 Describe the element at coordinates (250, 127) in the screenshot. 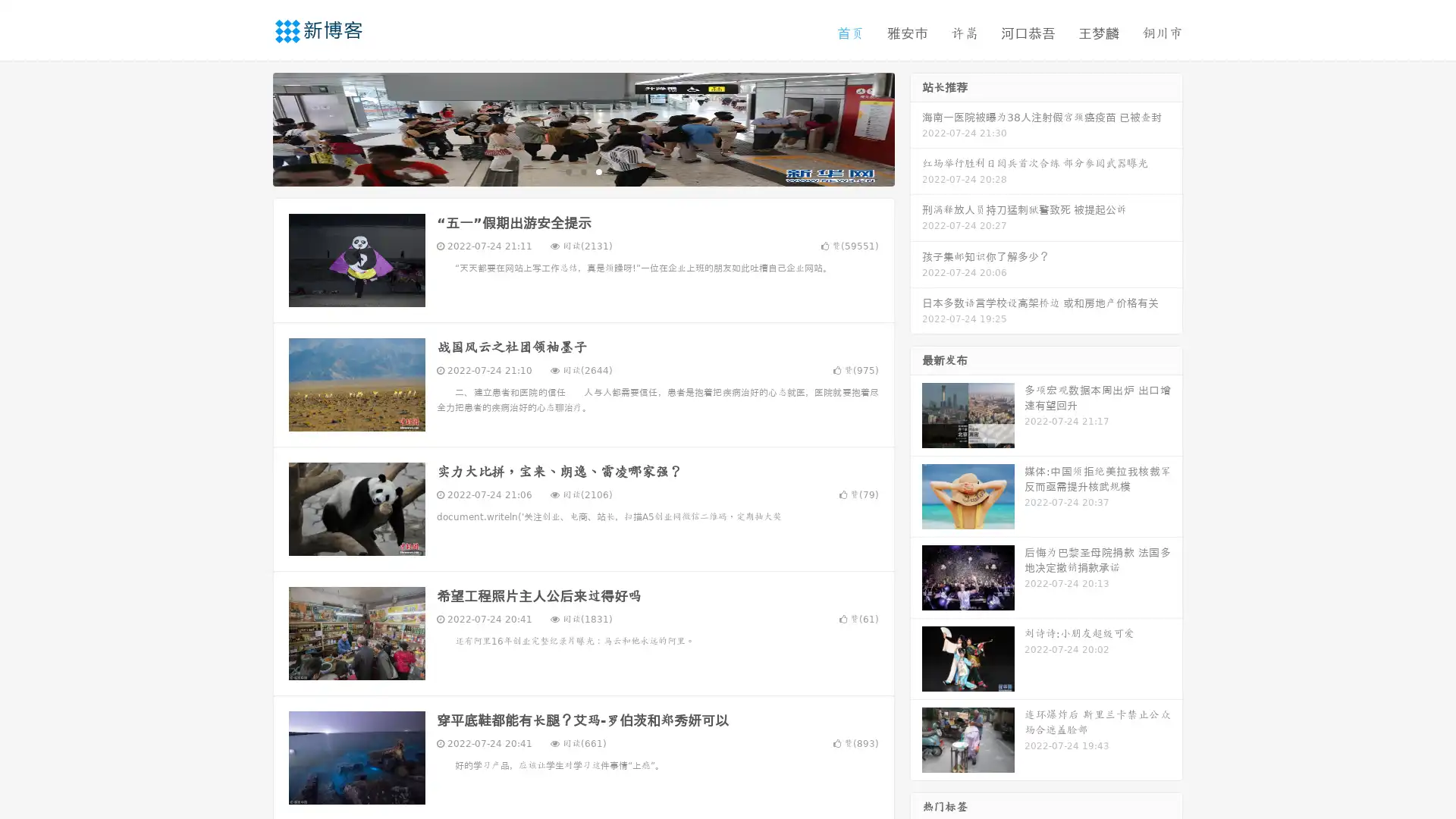

I see `Previous slide` at that location.